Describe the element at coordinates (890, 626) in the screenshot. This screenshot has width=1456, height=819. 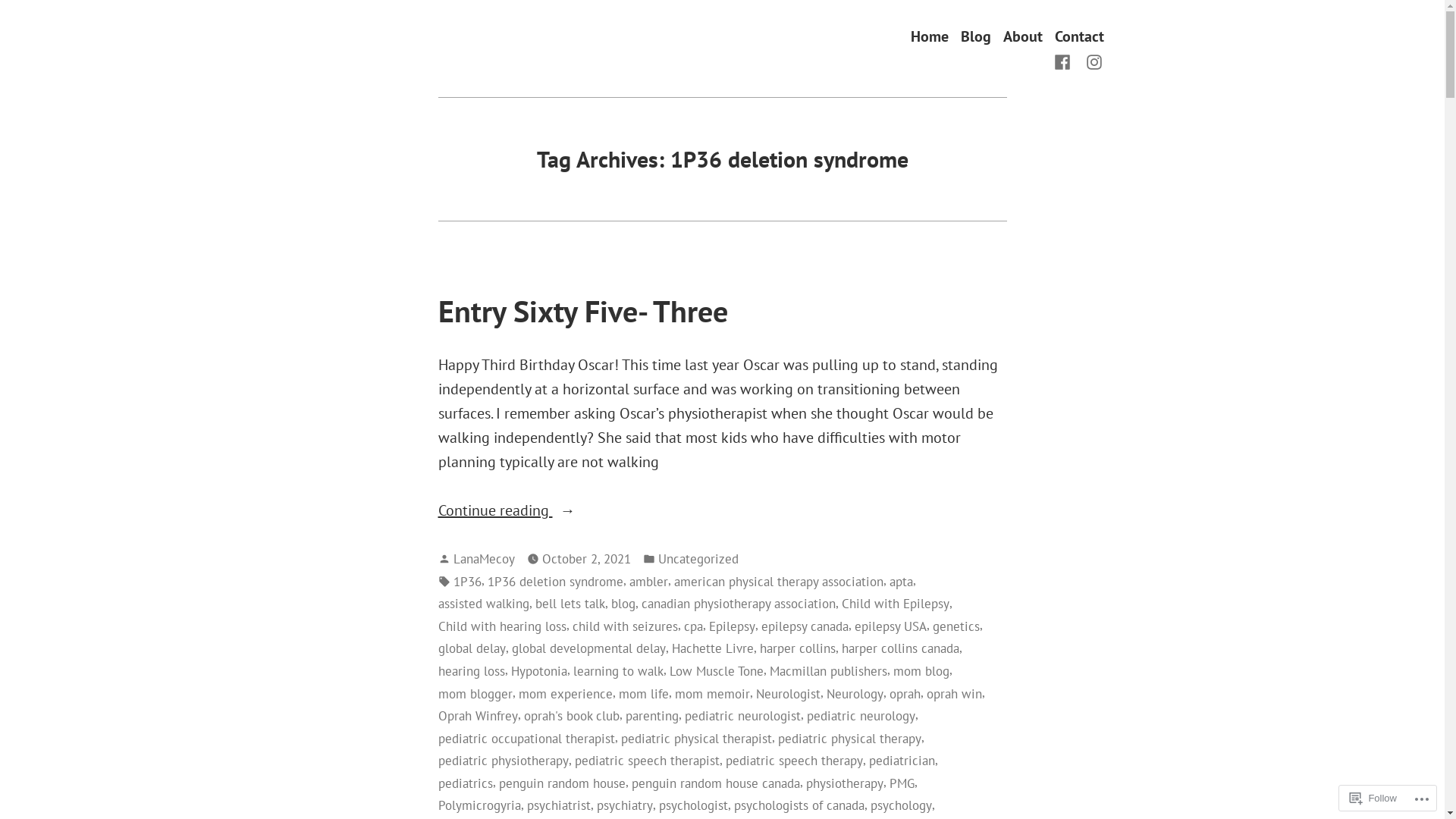
I see `'epilepsy USA'` at that location.